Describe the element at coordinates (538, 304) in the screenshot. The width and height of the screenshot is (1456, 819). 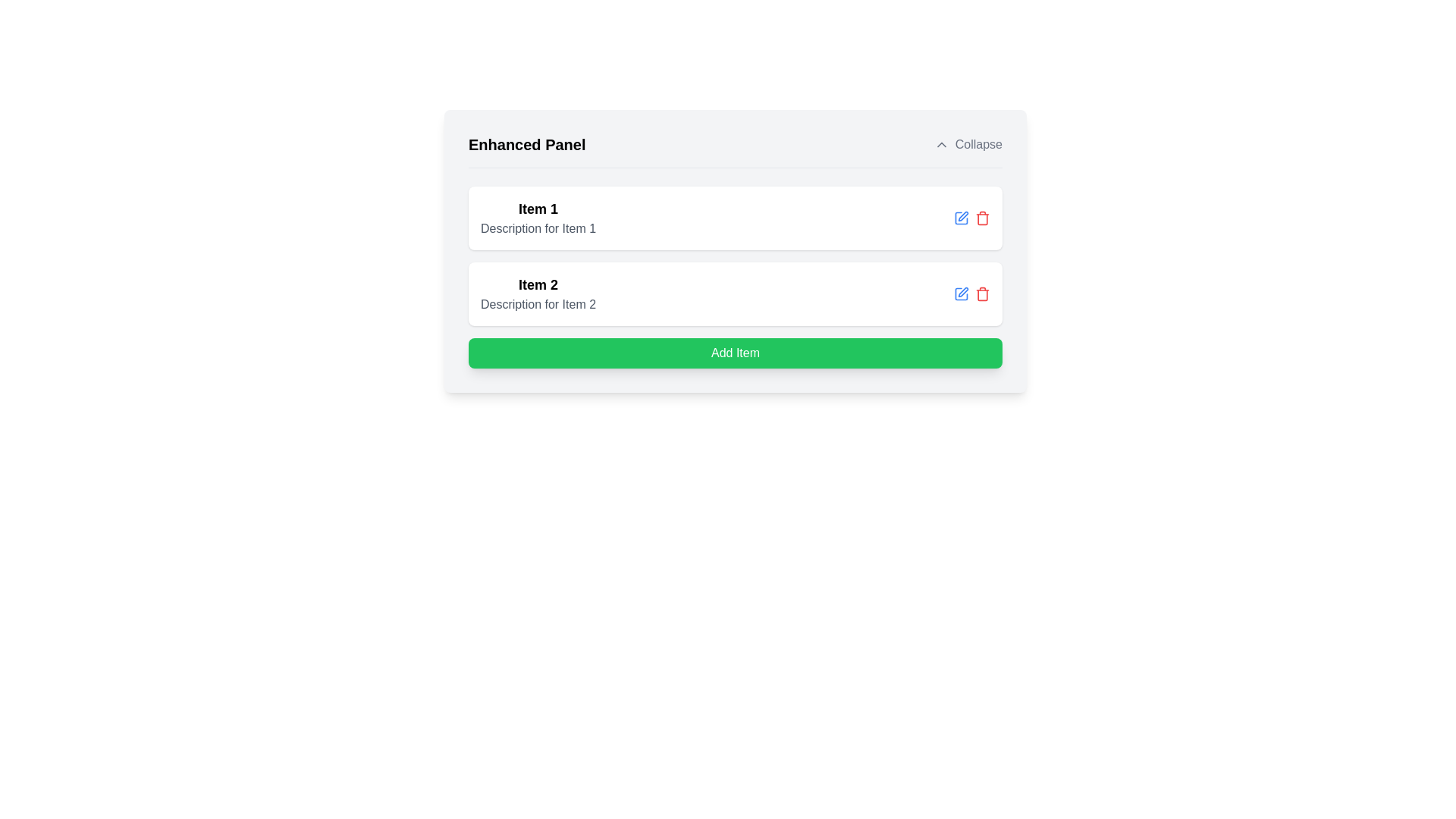
I see `the text block displaying 'Description for Item 2', which is styled in gray and positioned below the title 'Item 2'` at that location.